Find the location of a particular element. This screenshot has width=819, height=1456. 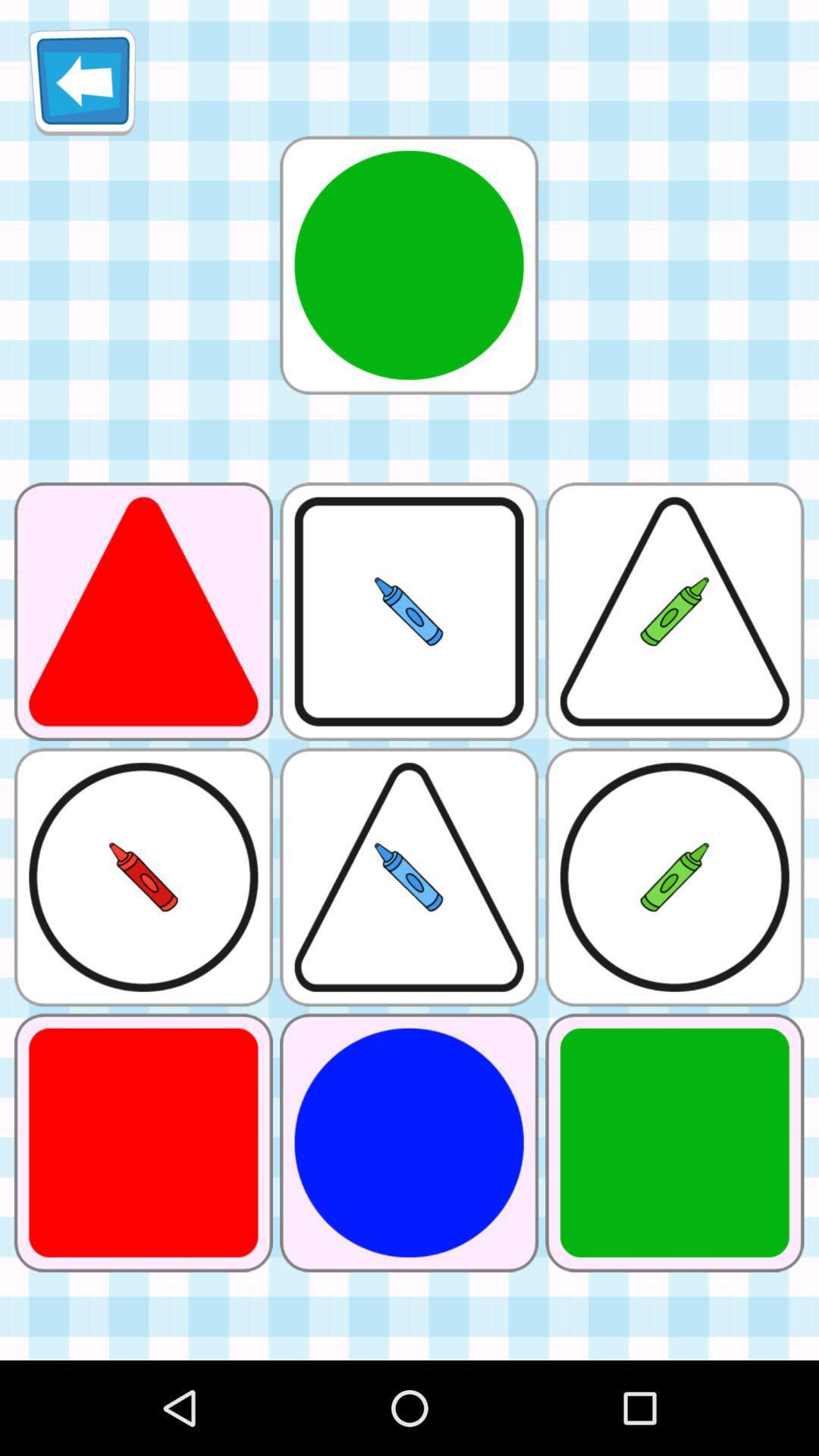

return to the previous page is located at coordinates (82, 81).